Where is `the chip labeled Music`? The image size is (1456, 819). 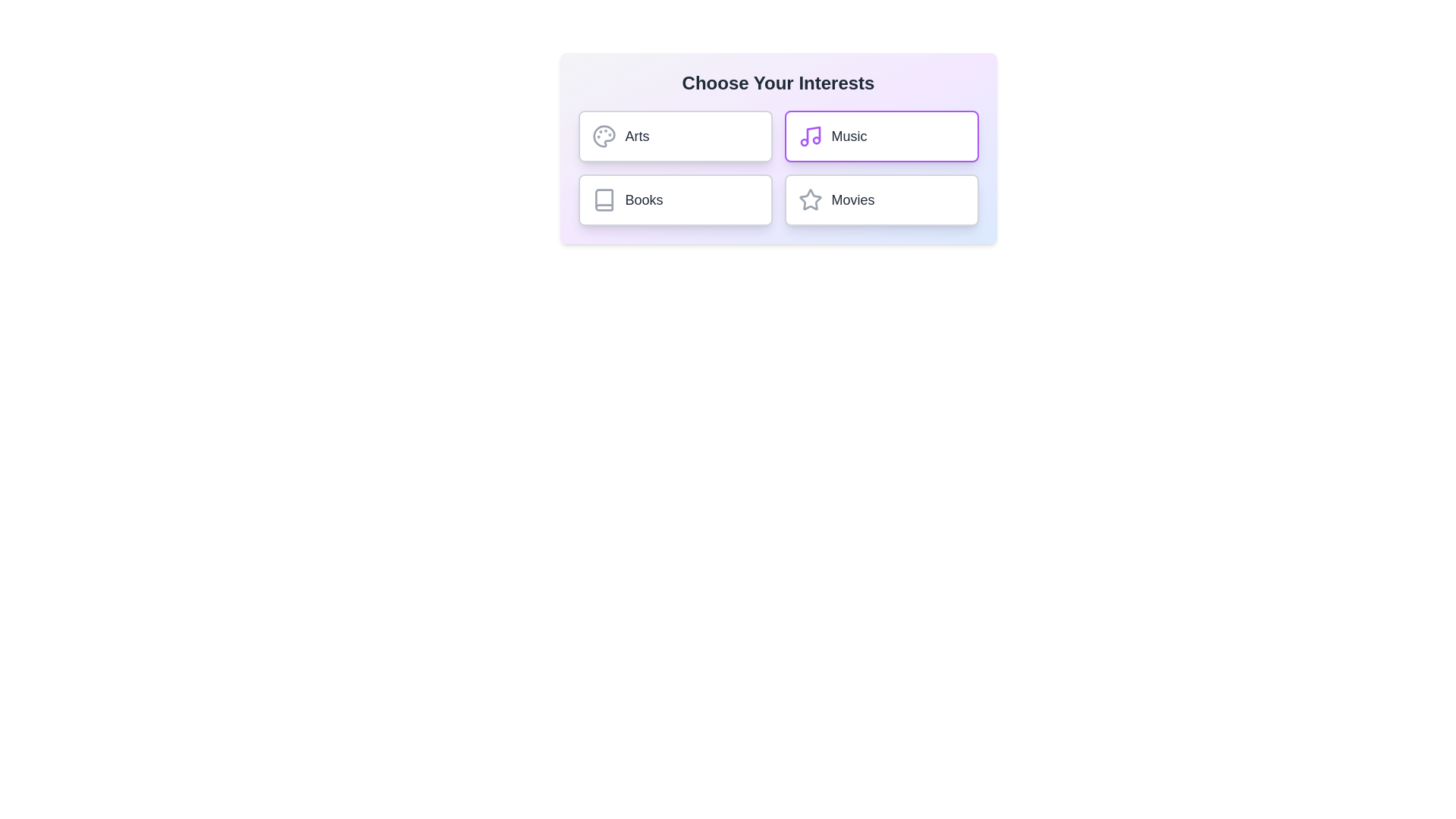 the chip labeled Music is located at coordinates (881, 136).